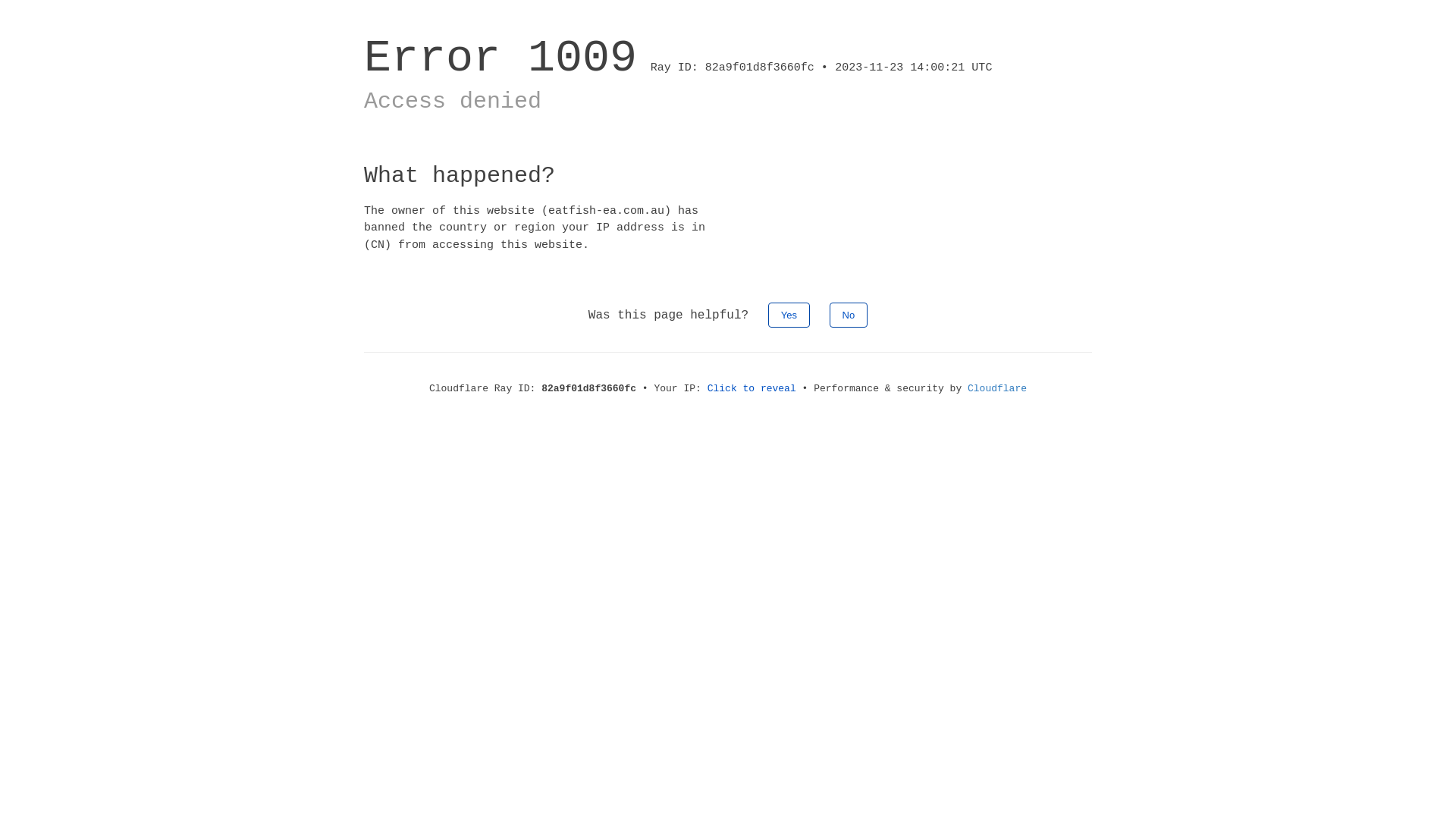 The width and height of the screenshot is (1456, 819). I want to click on 'Yes', so click(767, 314).